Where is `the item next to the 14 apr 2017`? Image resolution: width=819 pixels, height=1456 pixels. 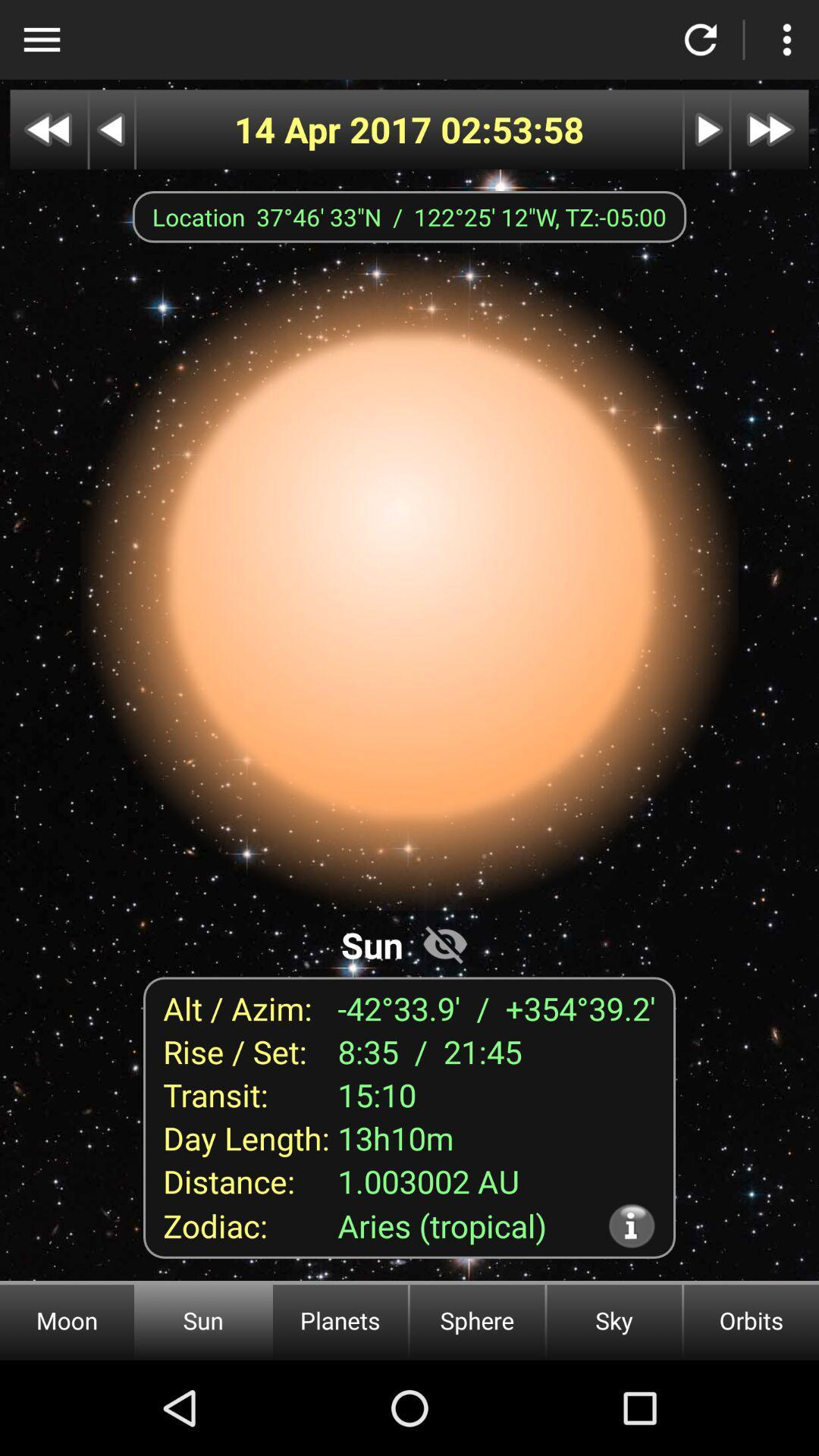 the item next to the 14 apr 2017 is located at coordinates (512, 130).